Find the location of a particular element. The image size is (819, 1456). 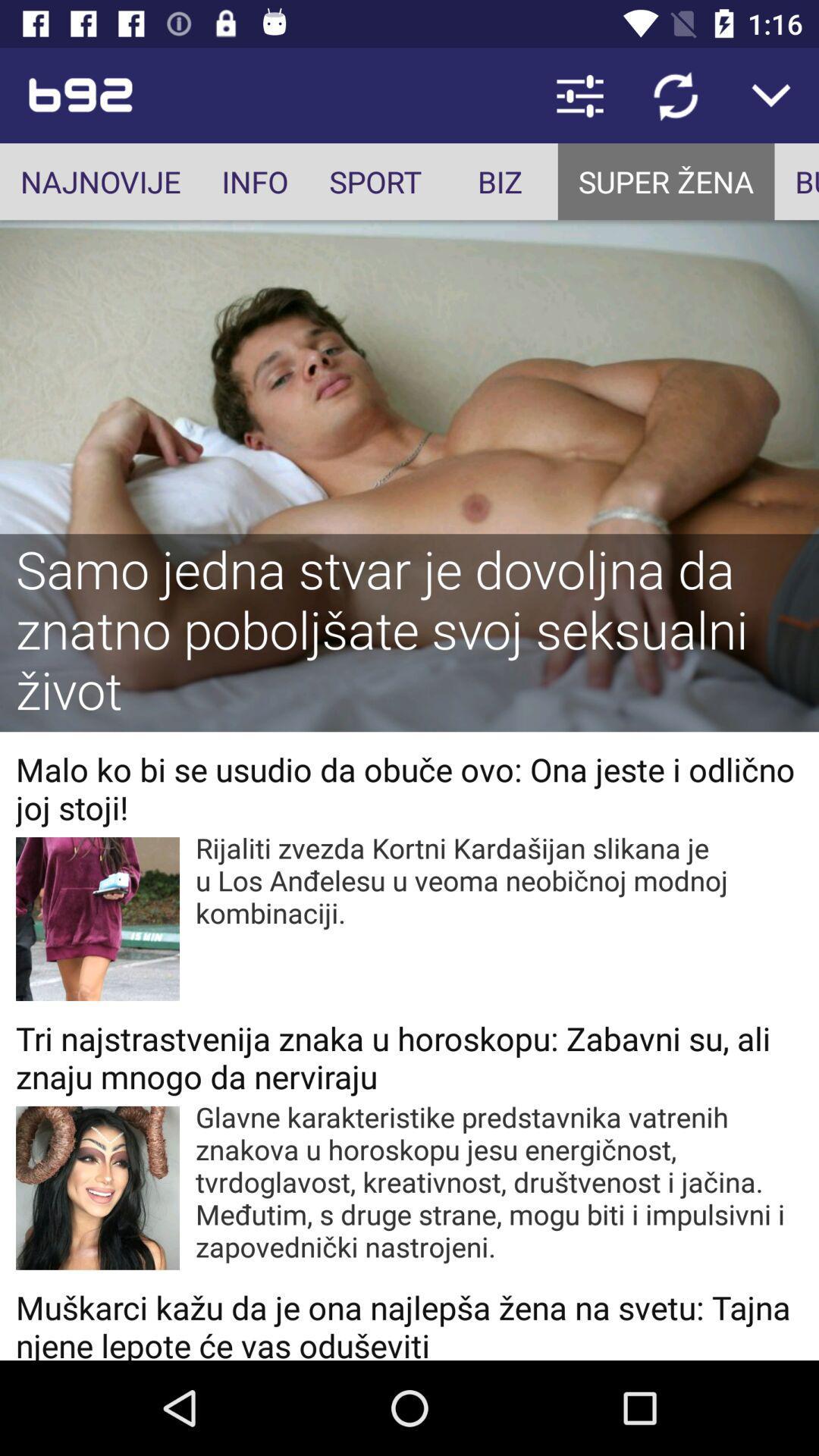

icon to the right of the   biz is located at coordinates (665, 181).